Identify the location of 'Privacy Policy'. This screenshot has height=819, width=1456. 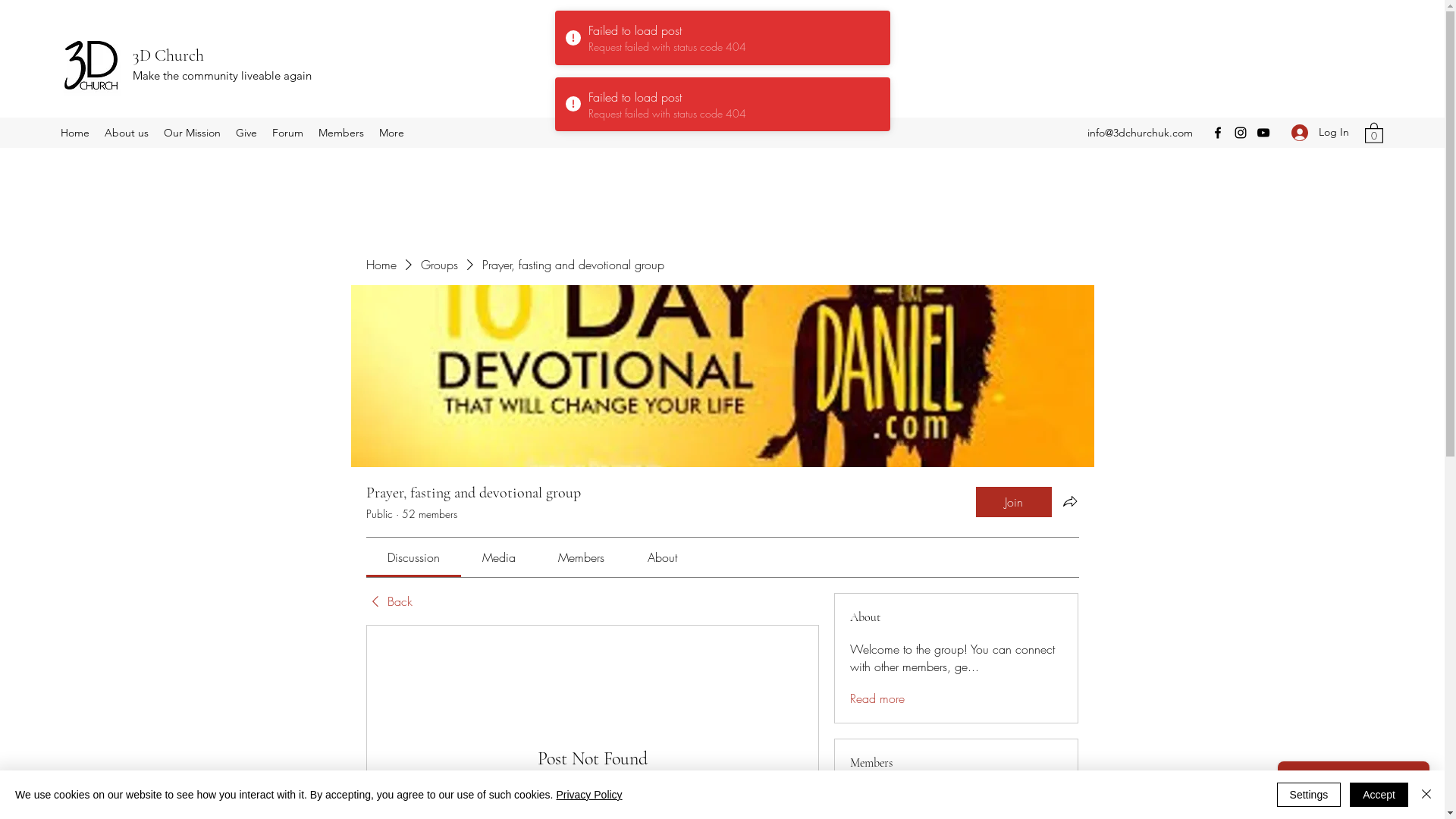
(555, 794).